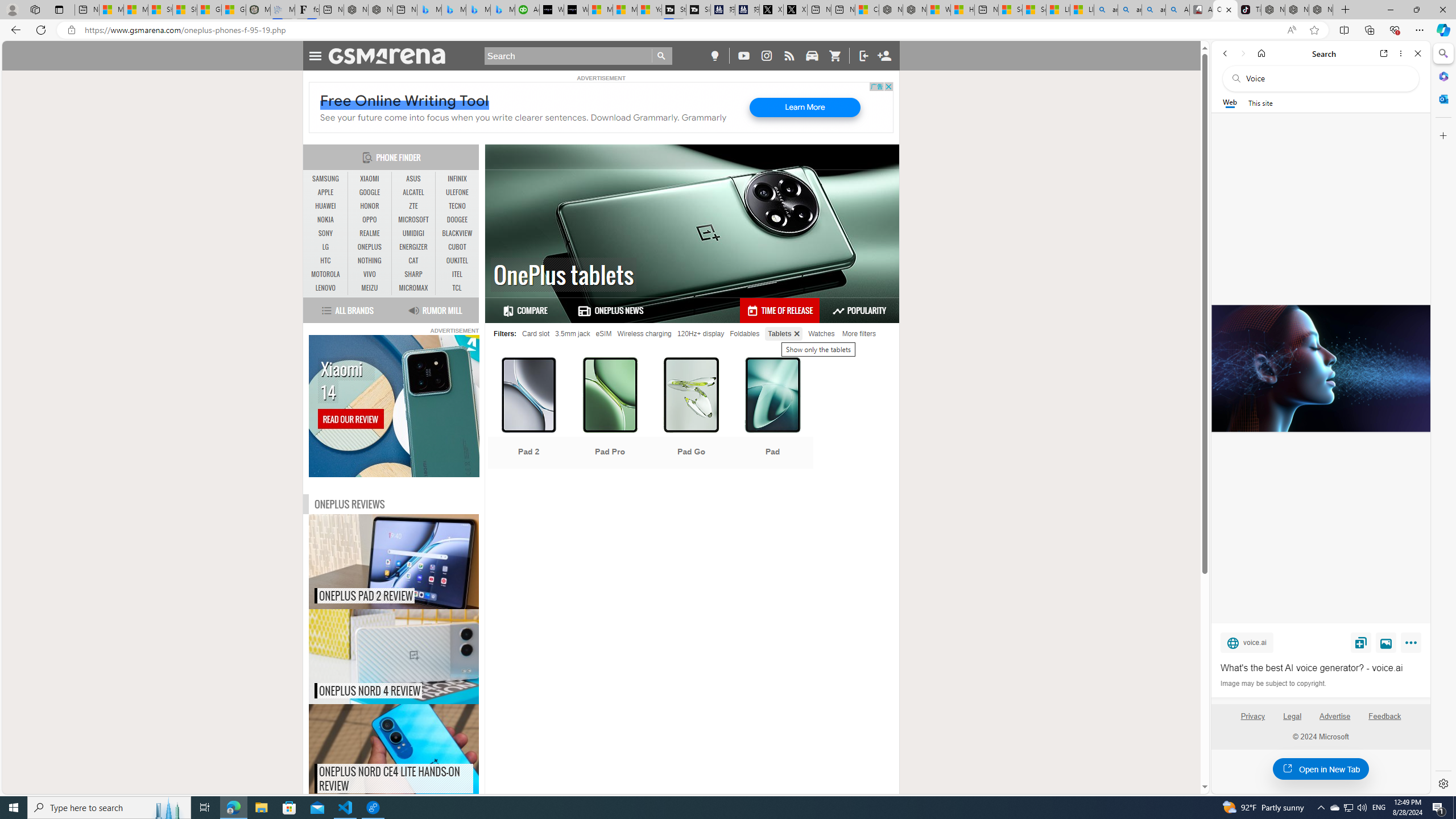 This screenshot has width=1456, height=819. Describe the element at coordinates (457, 274) in the screenshot. I see `'ITEL'` at that location.